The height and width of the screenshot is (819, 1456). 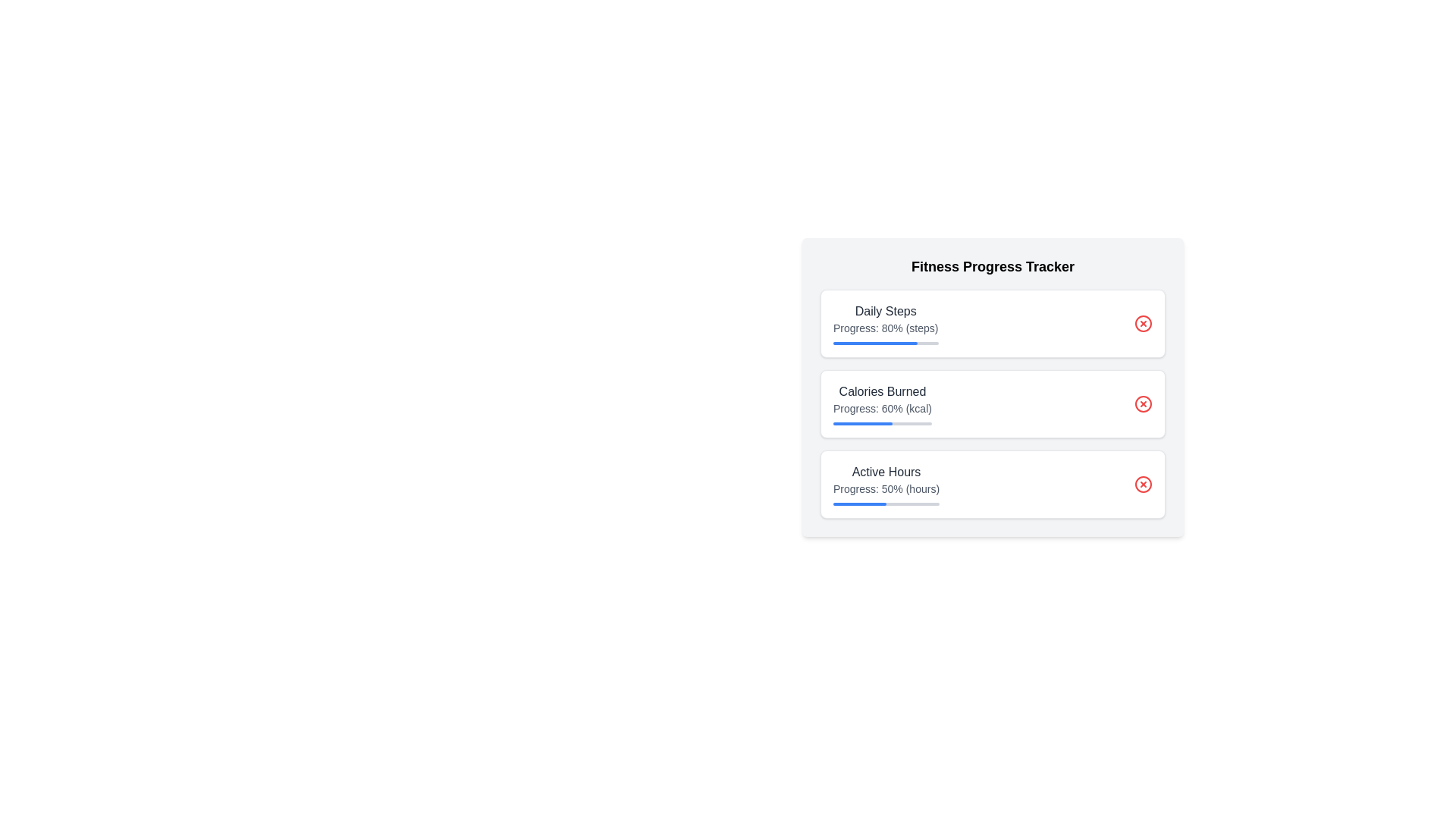 What do you see at coordinates (882, 408) in the screenshot?
I see `the text label that reads 'Progress: 60% (kcal)', which is styled in gray and located below the heading 'Calories Burned' and above the progress bar` at bounding box center [882, 408].